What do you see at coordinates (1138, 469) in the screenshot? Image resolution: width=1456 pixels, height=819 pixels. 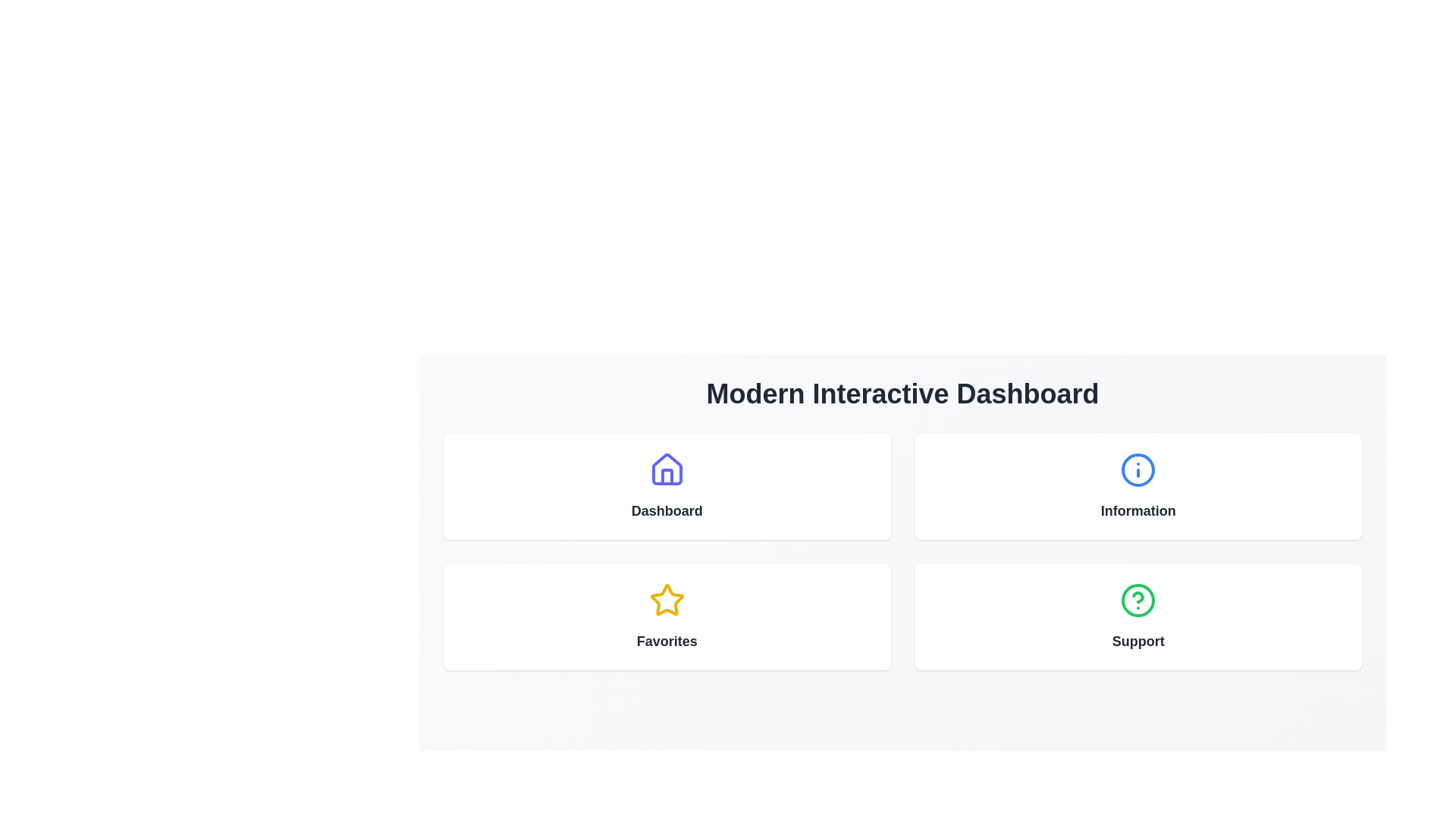 I see `the circular informational icon with a blue outline and a blue letter 'i' centered within it, located in the top-right quadrant of the dashboard layout` at bounding box center [1138, 469].